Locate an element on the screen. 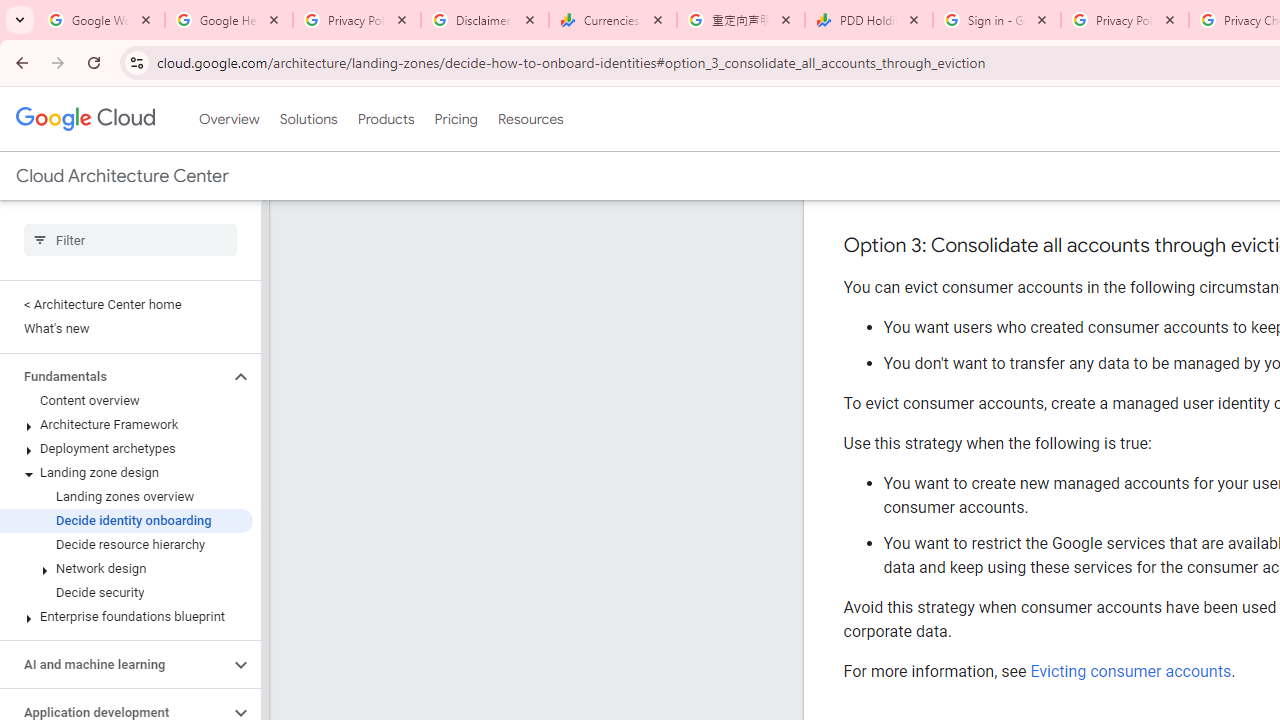 This screenshot has width=1280, height=720. 'Overview' is located at coordinates (229, 119).